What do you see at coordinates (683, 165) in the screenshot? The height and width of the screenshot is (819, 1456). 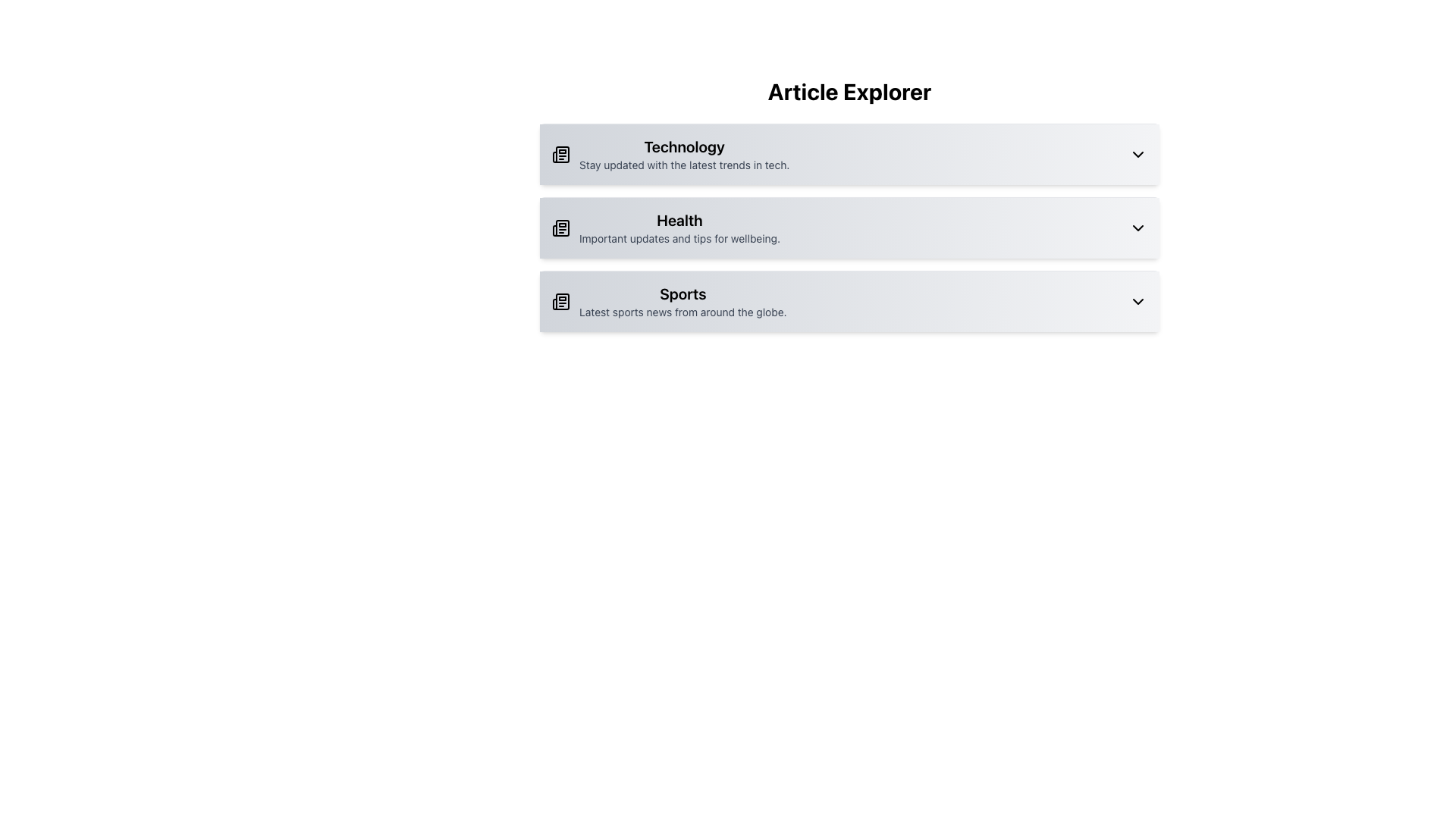 I see `the text component displaying 'Stay updated with the latest trends in tech.' located below the heading 'Technology' in the 'Article Explorer' section` at bounding box center [683, 165].